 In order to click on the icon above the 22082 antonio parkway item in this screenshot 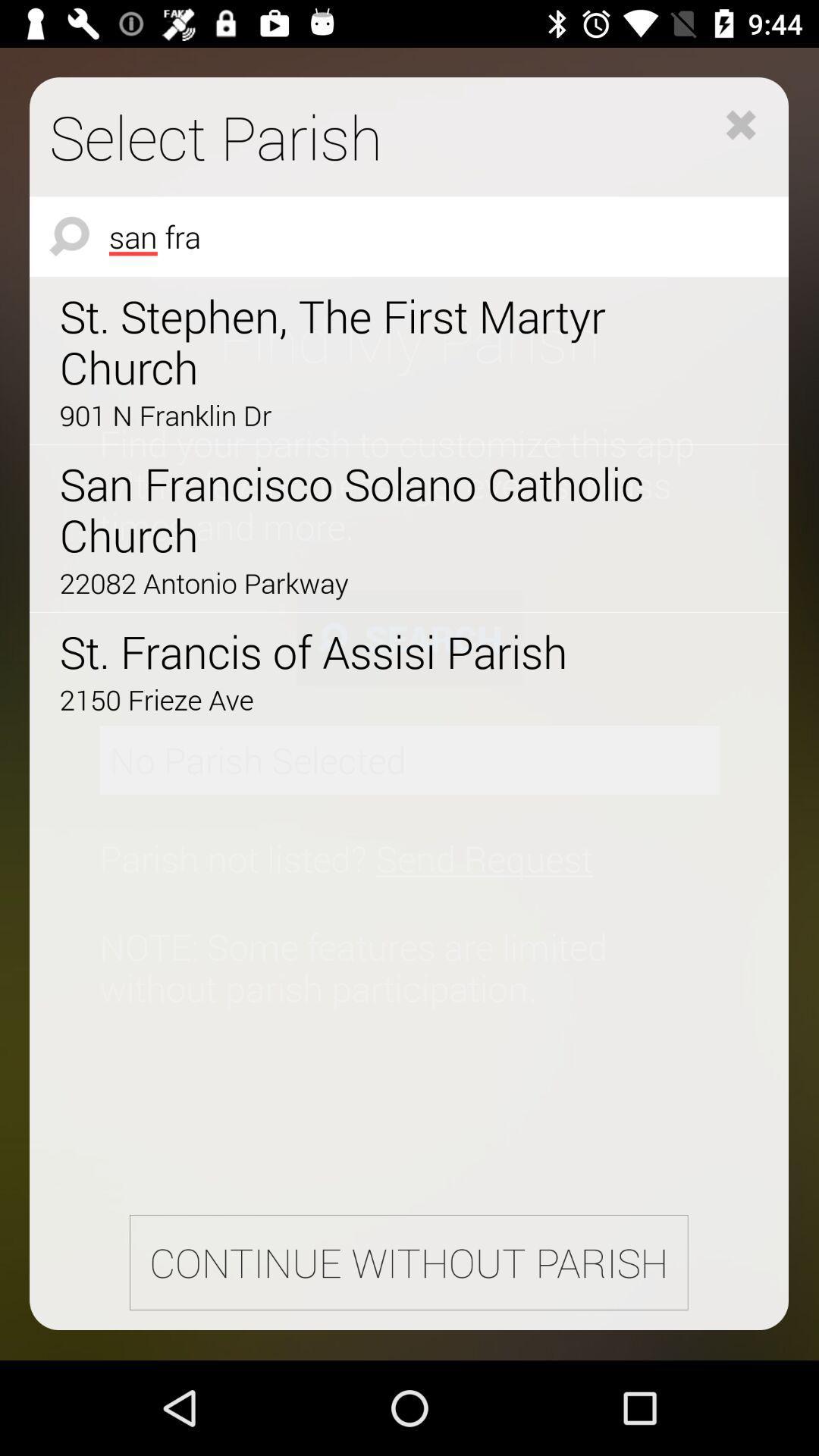, I will do `click(366, 510)`.